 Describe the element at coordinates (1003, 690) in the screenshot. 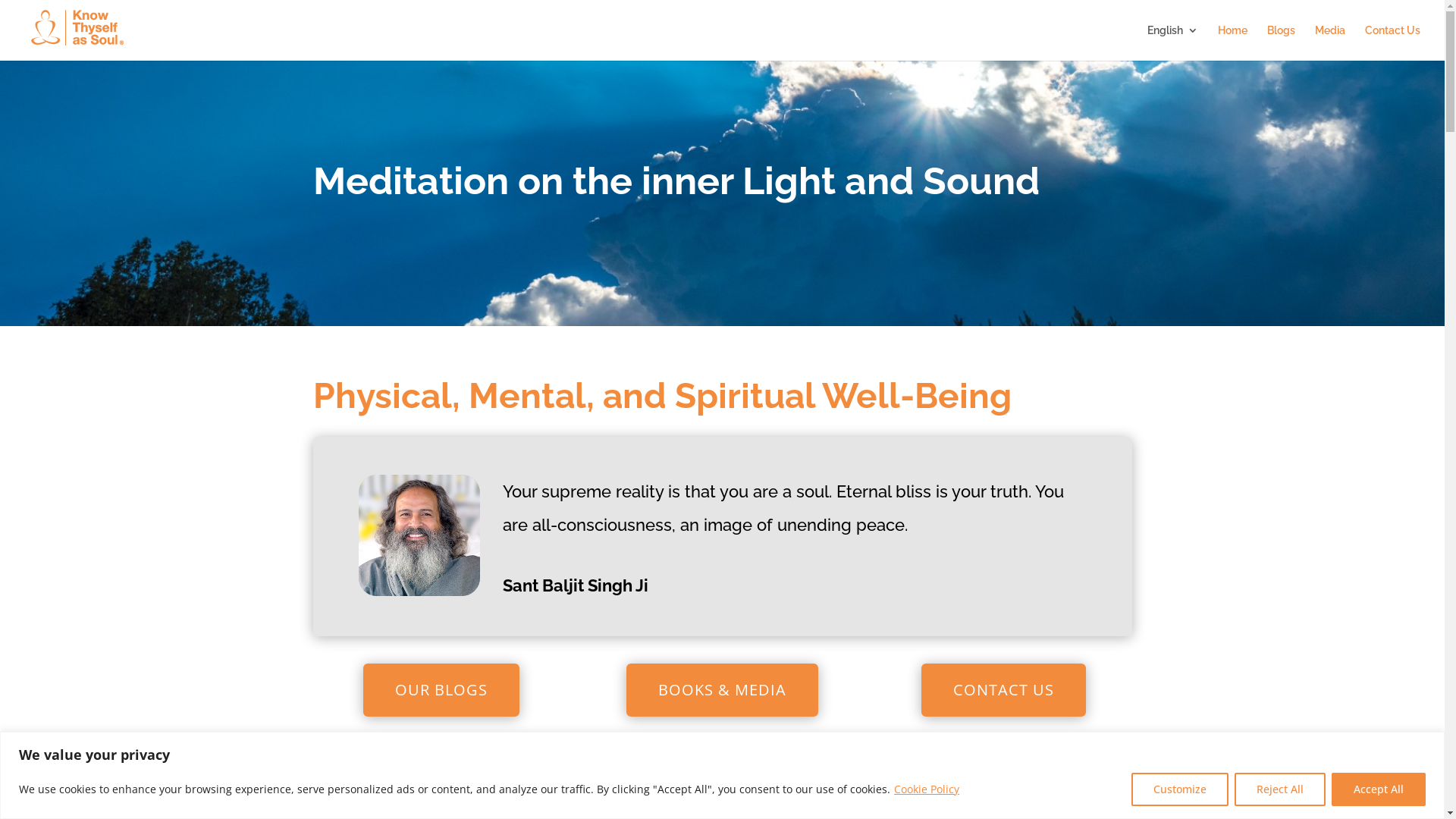

I see `'CONTACT US'` at that location.